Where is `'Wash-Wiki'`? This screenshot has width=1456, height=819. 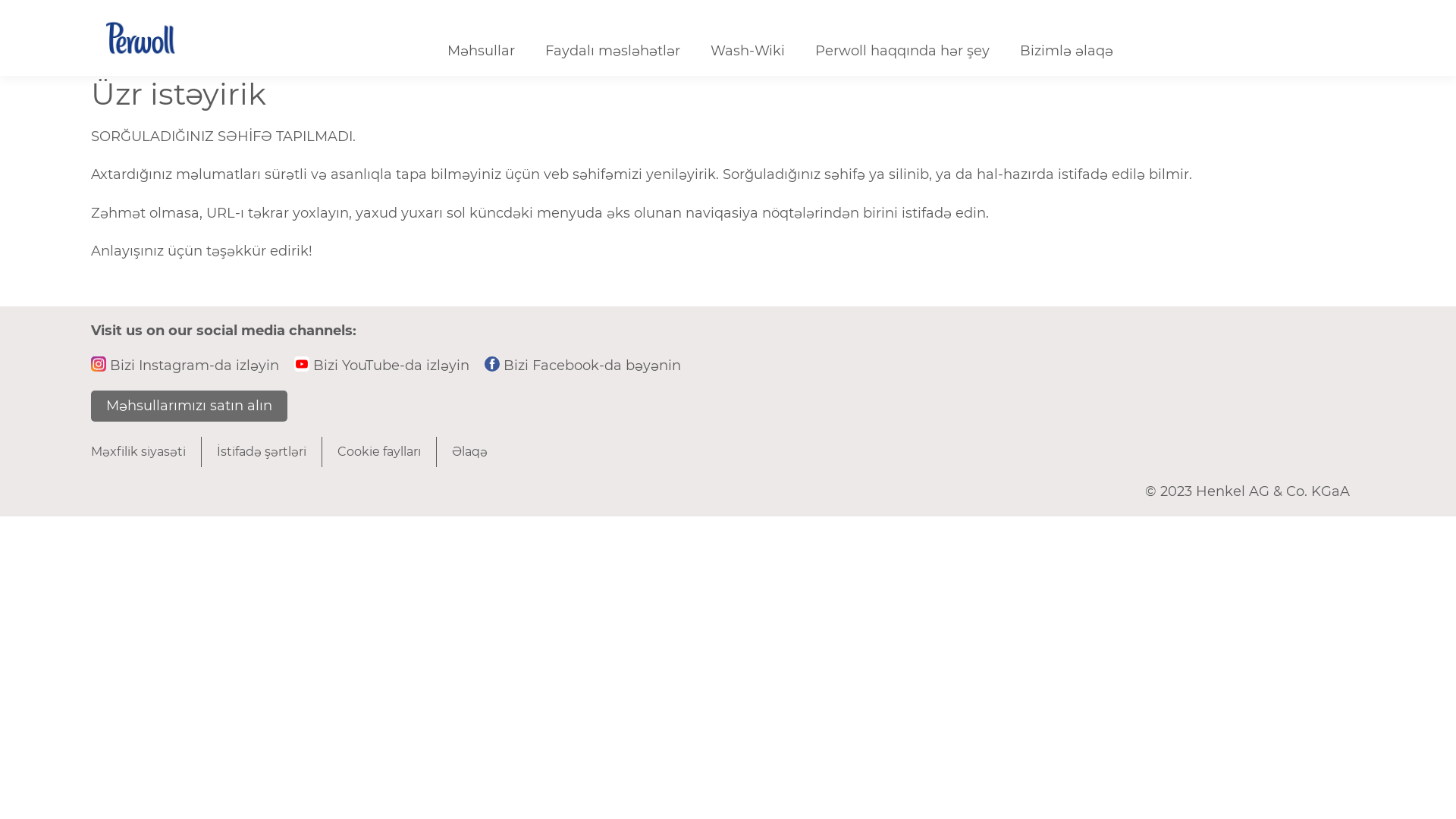 'Wash-Wiki' is located at coordinates (747, 51).